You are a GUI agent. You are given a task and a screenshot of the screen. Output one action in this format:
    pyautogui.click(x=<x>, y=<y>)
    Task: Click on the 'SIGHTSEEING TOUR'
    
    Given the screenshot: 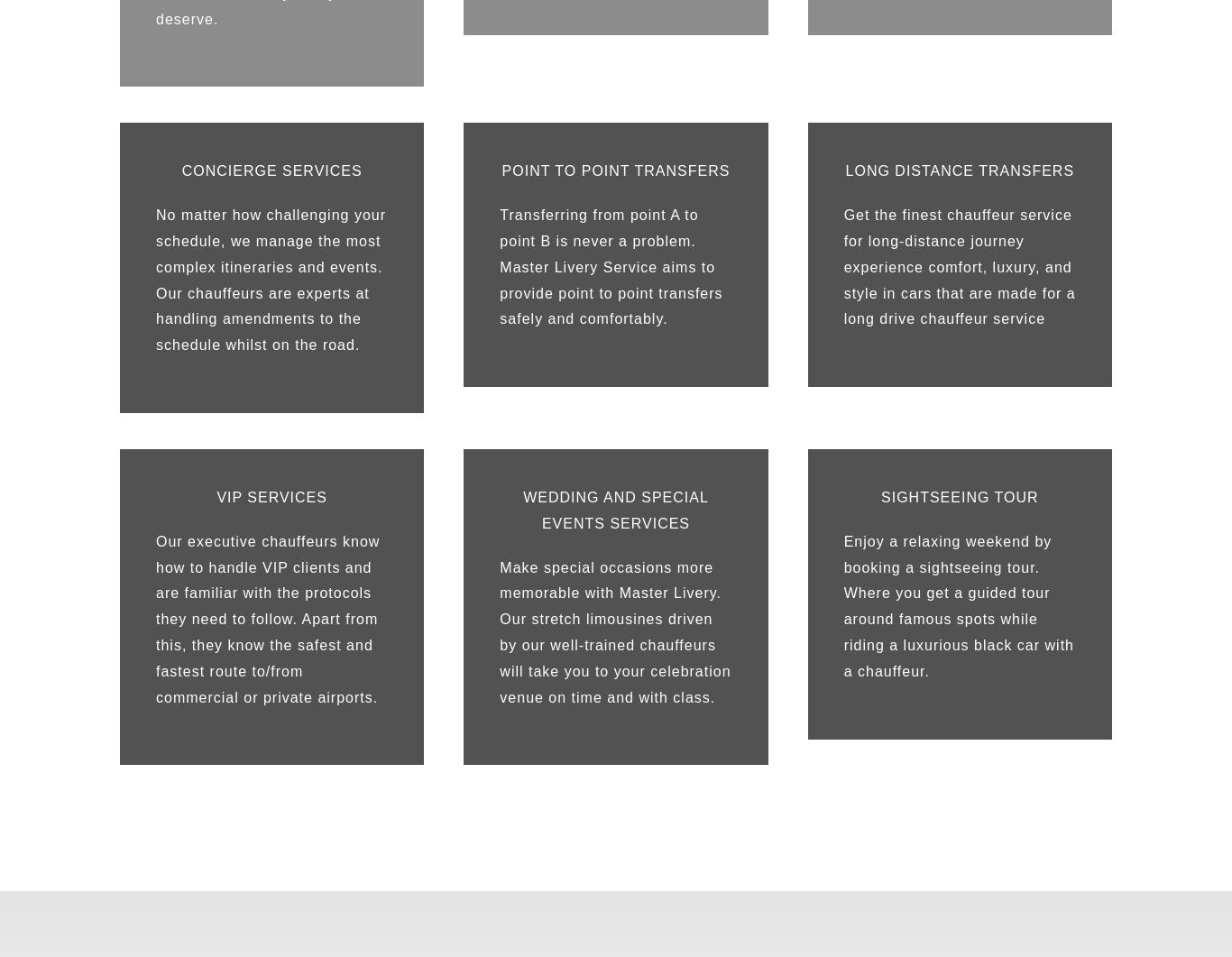 What is the action you would take?
    pyautogui.click(x=958, y=496)
    